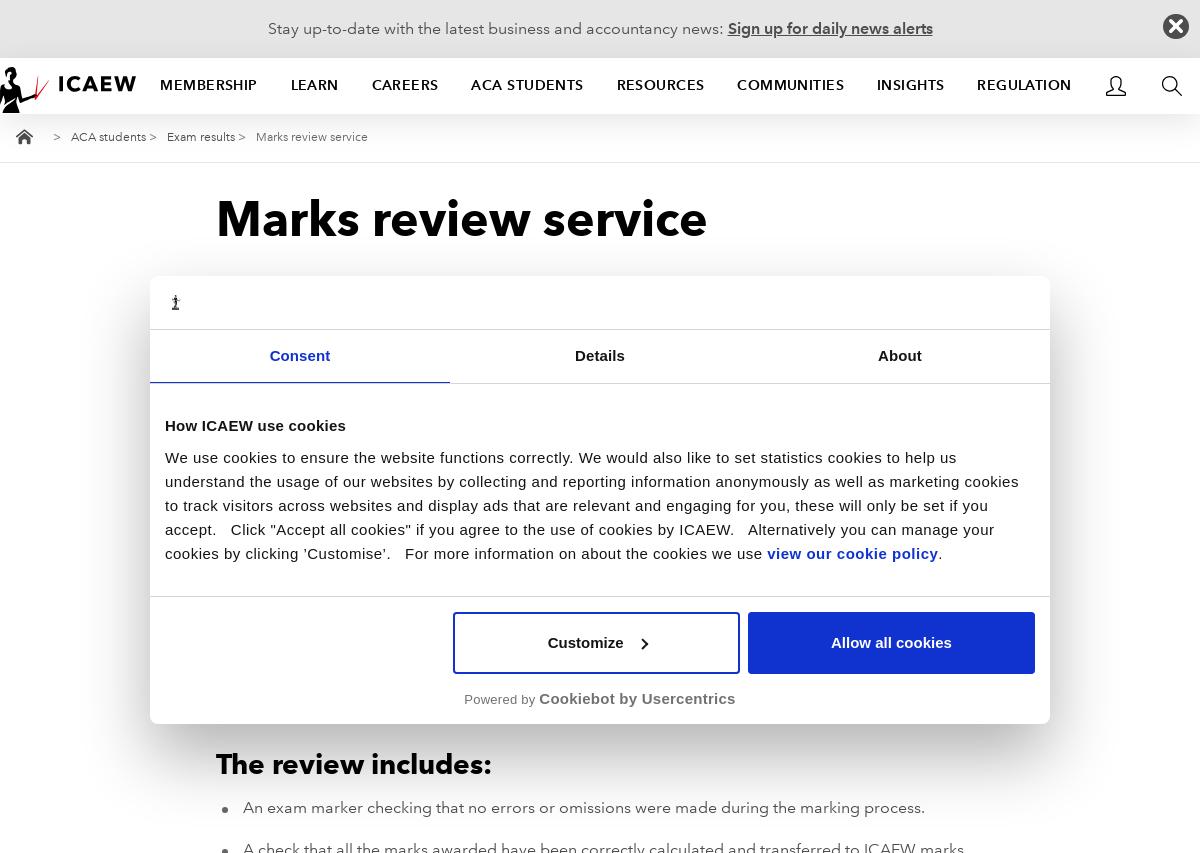 The image size is (1200, 853). I want to click on 'Apply here', so click(714, 524).